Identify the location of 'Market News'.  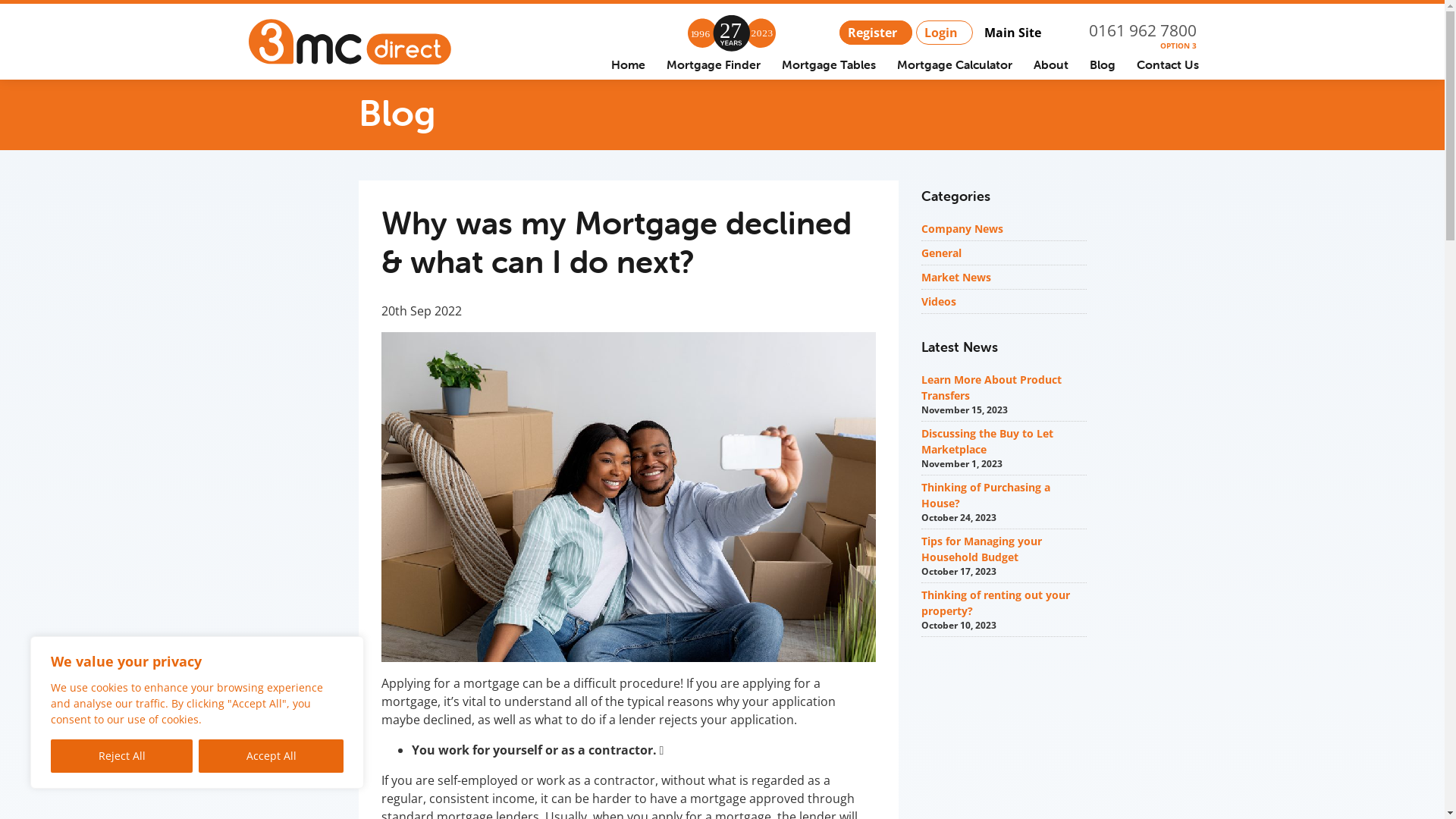
(955, 277).